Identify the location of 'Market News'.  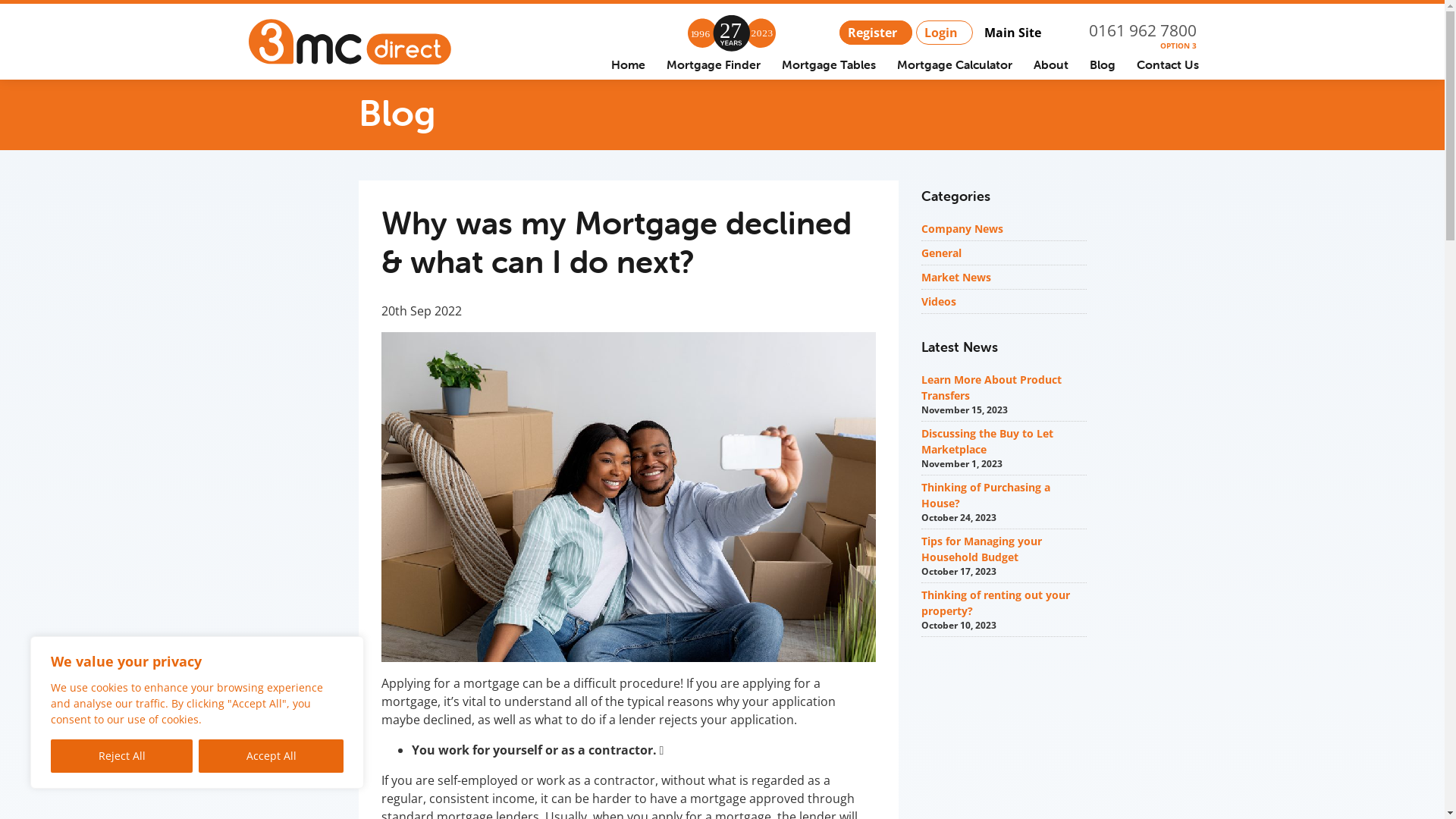
(955, 277).